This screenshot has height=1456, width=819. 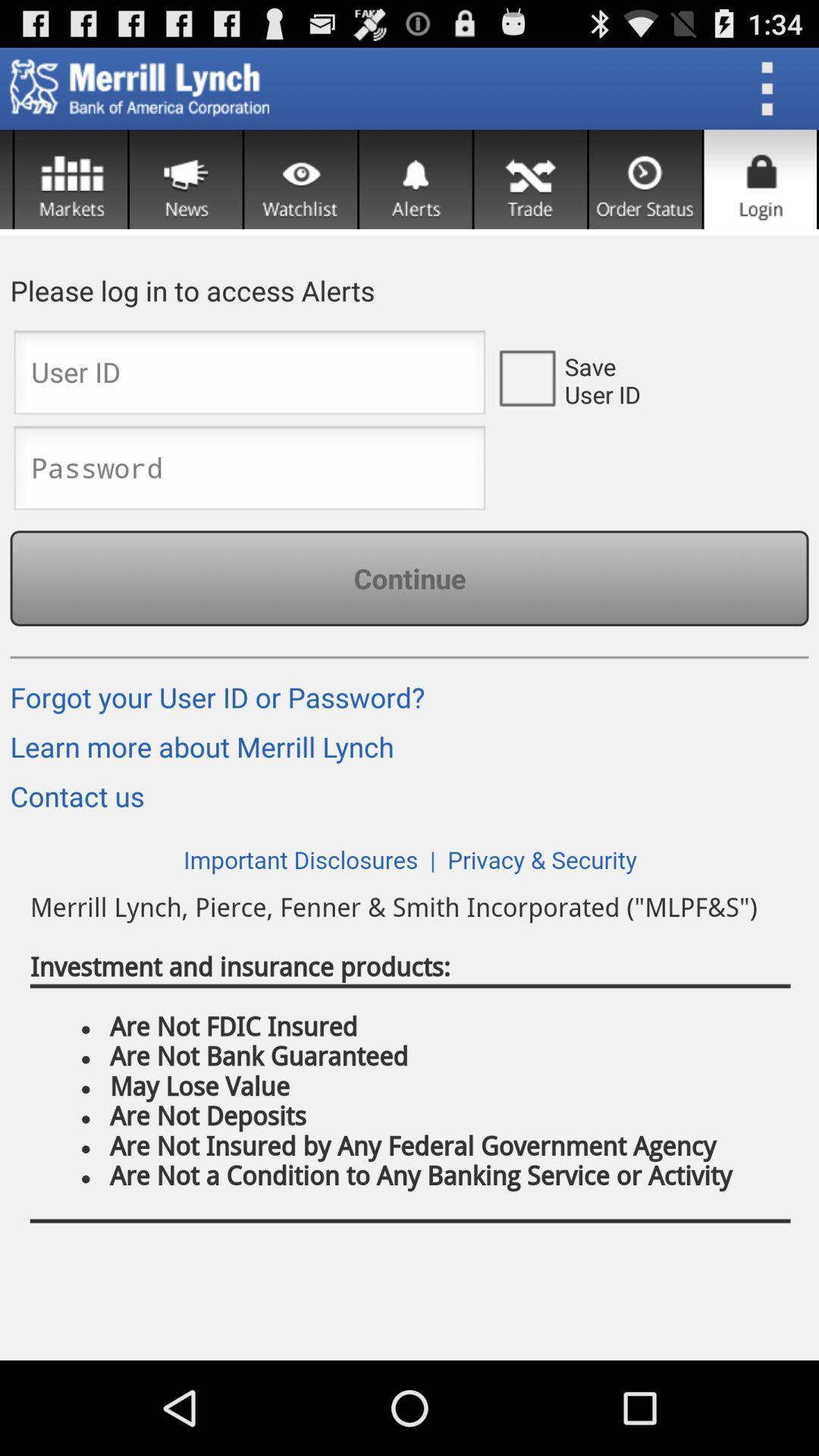 What do you see at coordinates (772, 94) in the screenshot?
I see `the more icon` at bounding box center [772, 94].